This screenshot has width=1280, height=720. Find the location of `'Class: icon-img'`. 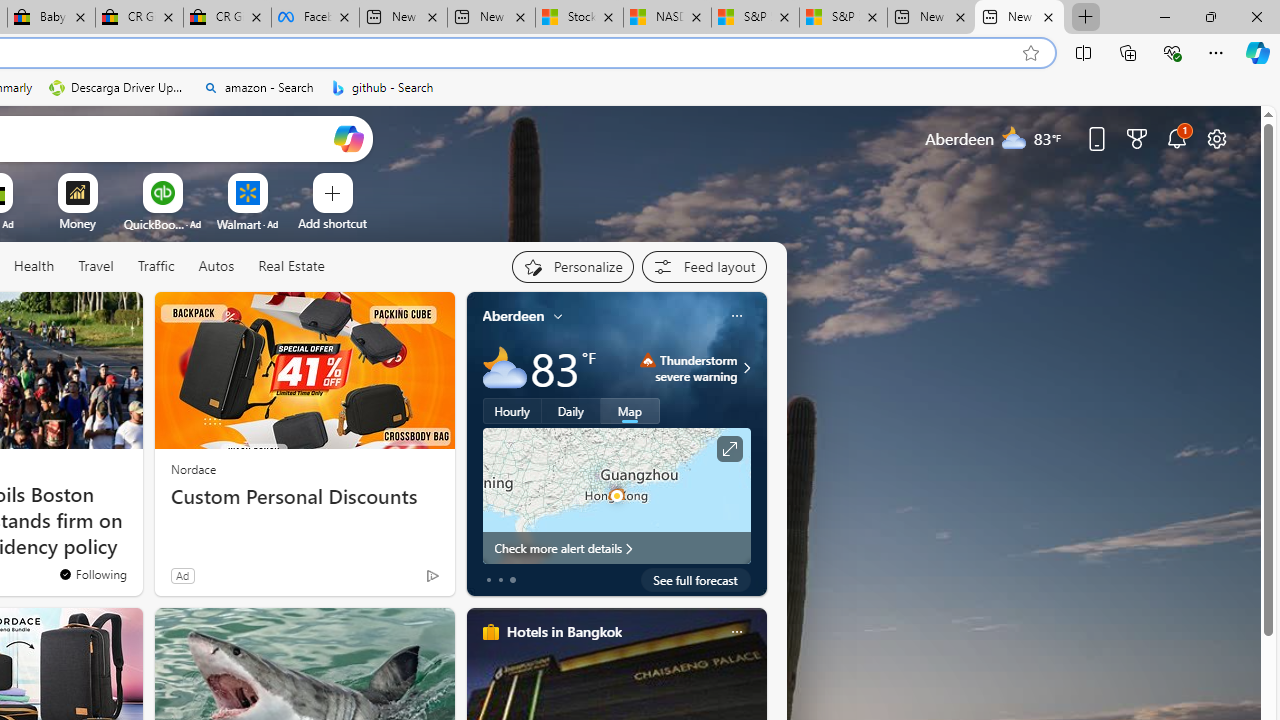

'Class: icon-img' is located at coordinates (735, 632).